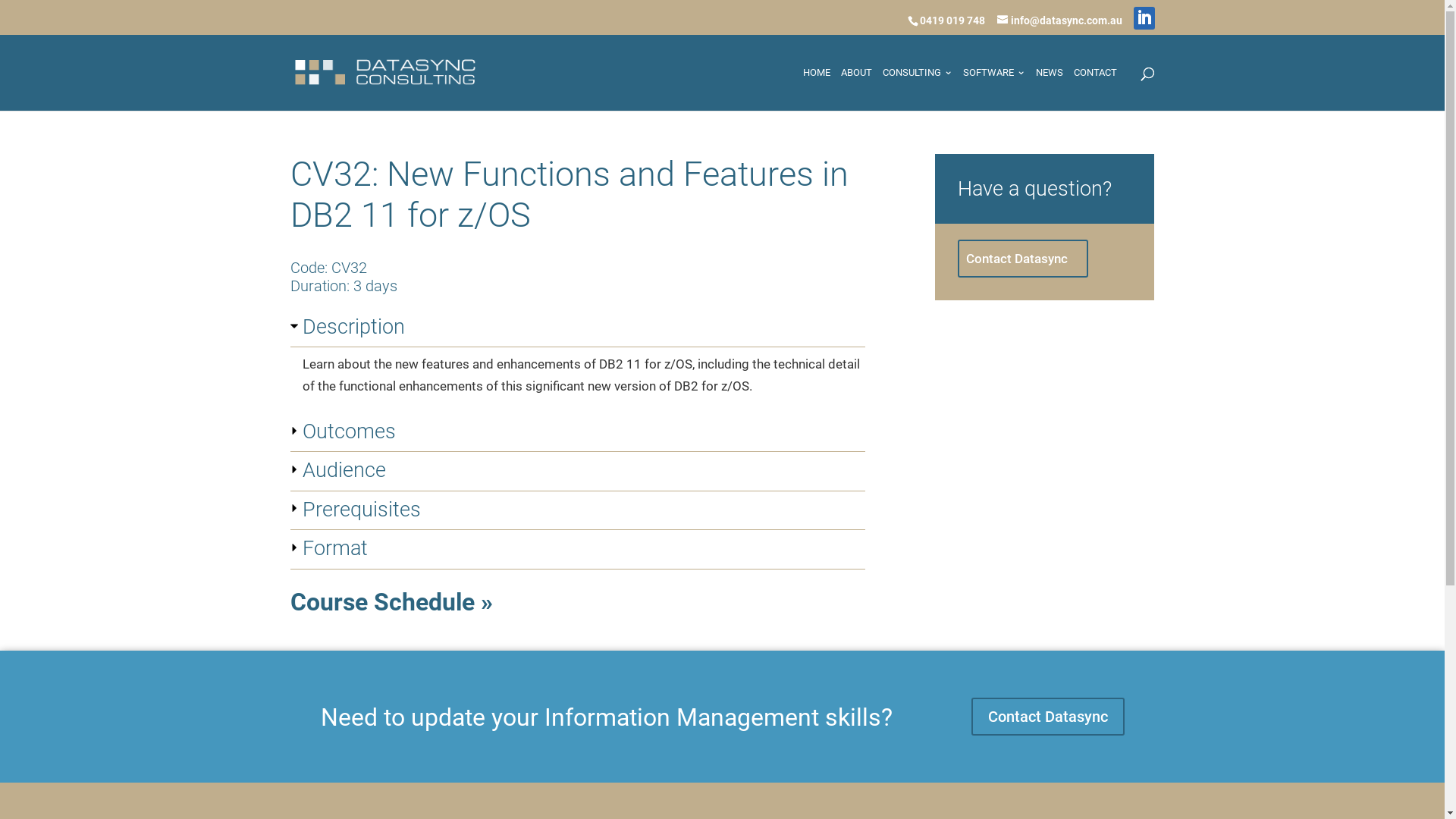 This screenshot has width=1456, height=819. What do you see at coordinates (839, 88) in the screenshot?
I see `'ABOUT'` at bounding box center [839, 88].